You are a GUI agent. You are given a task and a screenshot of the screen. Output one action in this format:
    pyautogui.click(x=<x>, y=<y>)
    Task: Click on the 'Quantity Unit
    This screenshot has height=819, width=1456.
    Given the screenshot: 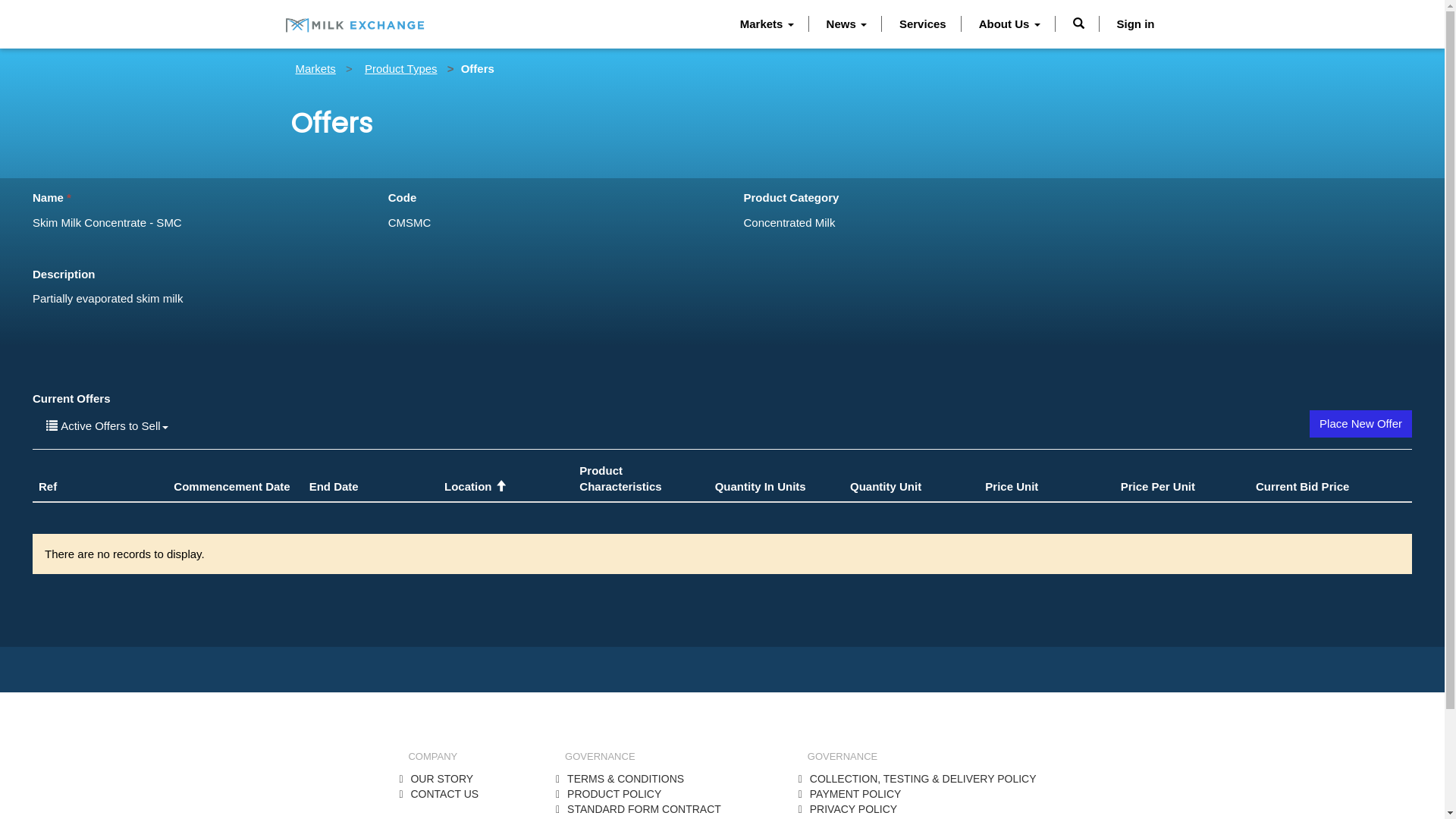 What is the action you would take?
    pyautogui.click(x=885, y=486)
    